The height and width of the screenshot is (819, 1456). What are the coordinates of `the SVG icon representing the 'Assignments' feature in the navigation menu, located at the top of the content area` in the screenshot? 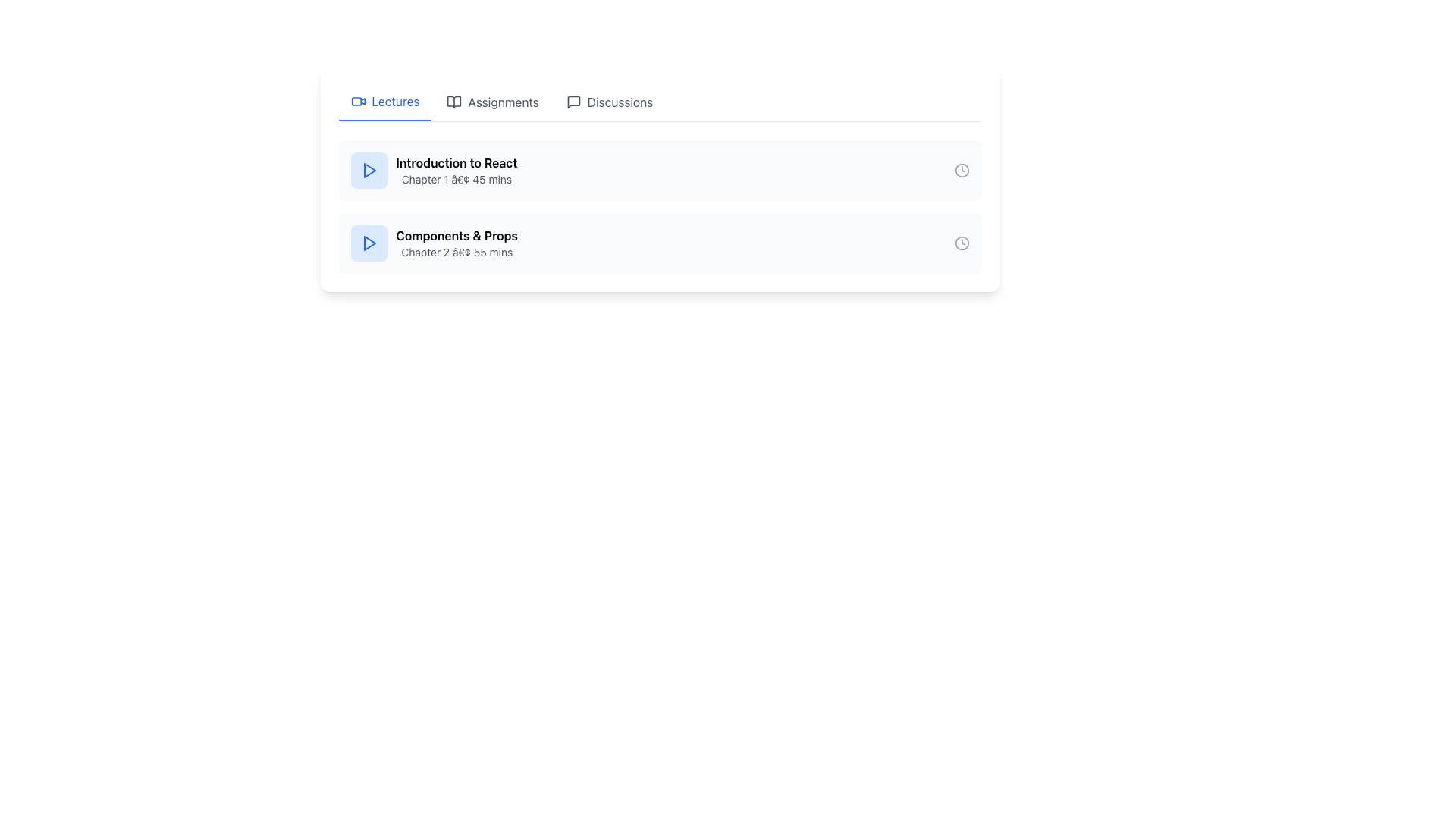 It's located at (453, 102).